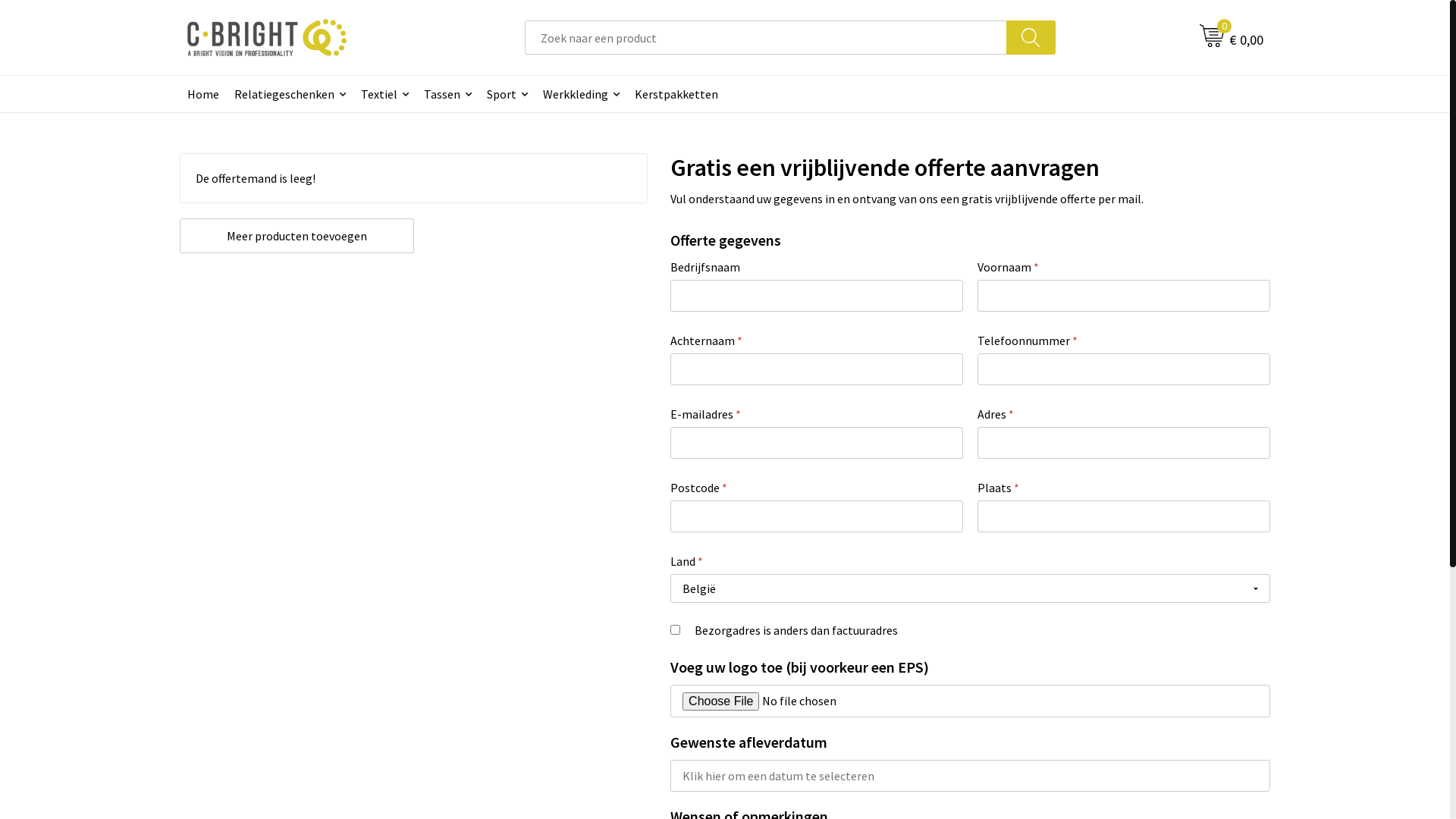 The width and height of the screenshot is (1456, 819). Describe the element at coordinates (202, 93) in the screenshot. I see `'Home'` at that location.